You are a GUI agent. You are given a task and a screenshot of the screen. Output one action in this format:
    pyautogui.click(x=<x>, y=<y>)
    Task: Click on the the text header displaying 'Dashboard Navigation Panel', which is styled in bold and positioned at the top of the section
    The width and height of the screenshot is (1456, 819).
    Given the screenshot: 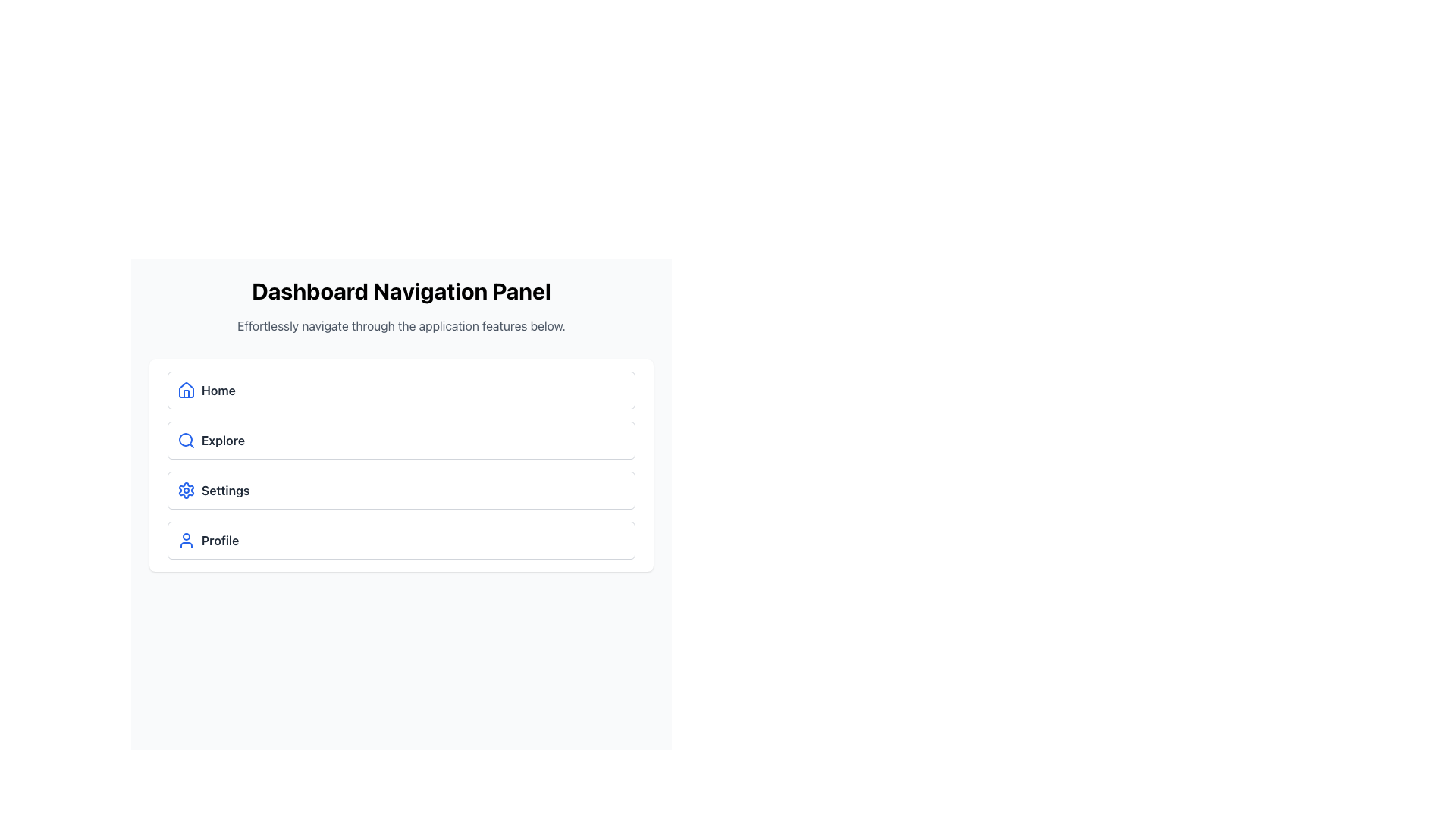 What is the action you would take?
    pyautogui.click(x=401, y=291)
    